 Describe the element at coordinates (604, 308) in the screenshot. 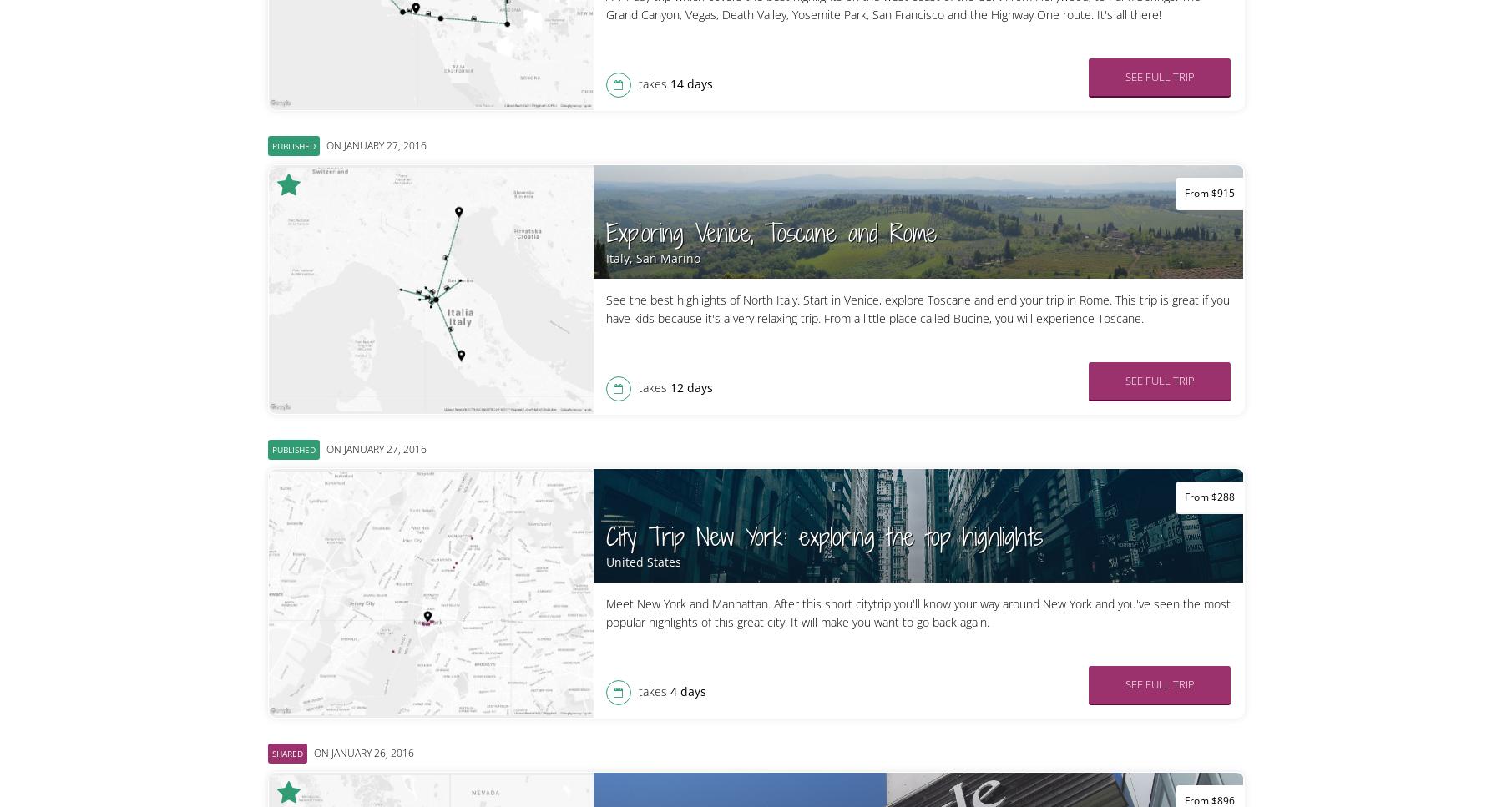

I see `'See the best highlights of North Italy. Start in Venice, explore Toscane and end your trip in Rome. This trip is great if you have kids because it's a very relaxing trip. From a little place called Bucine, you will experience Toscane.'` at that location.